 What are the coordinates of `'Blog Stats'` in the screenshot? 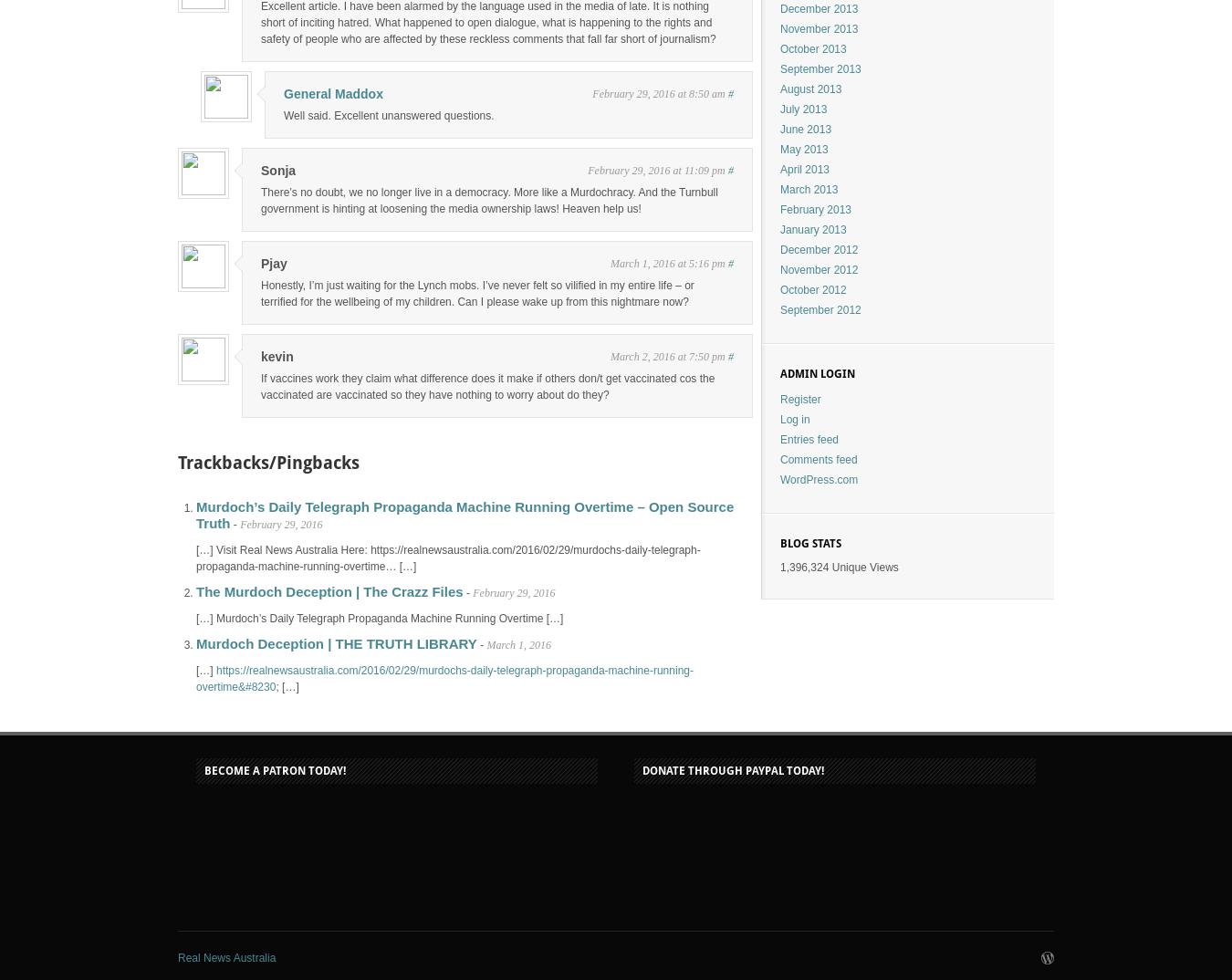 It's located at (810, 543).